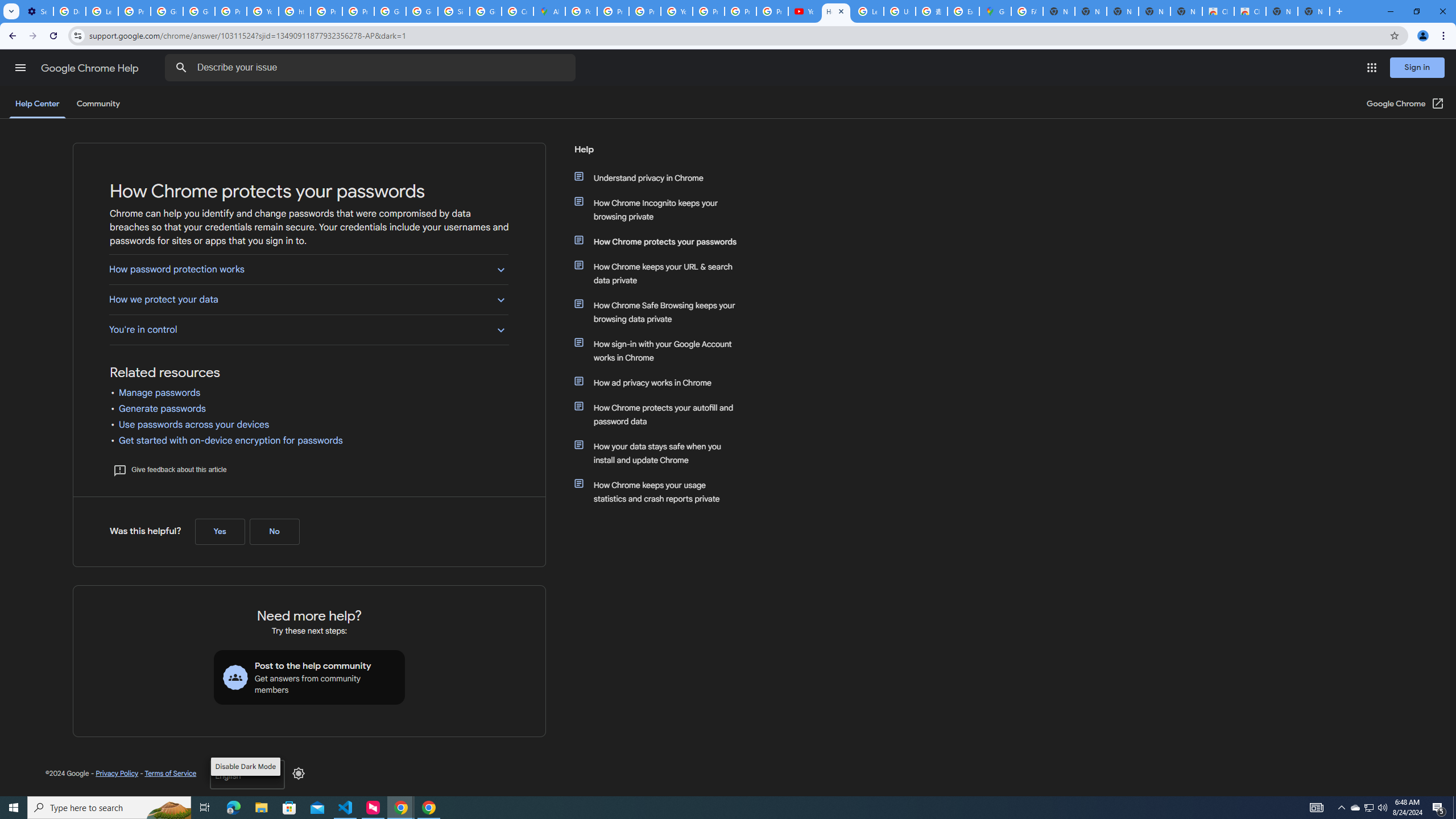 The width and height of the screenshot is (1456, 819). I want to click on 'https://scholar.google.com/', so click(294, 11).